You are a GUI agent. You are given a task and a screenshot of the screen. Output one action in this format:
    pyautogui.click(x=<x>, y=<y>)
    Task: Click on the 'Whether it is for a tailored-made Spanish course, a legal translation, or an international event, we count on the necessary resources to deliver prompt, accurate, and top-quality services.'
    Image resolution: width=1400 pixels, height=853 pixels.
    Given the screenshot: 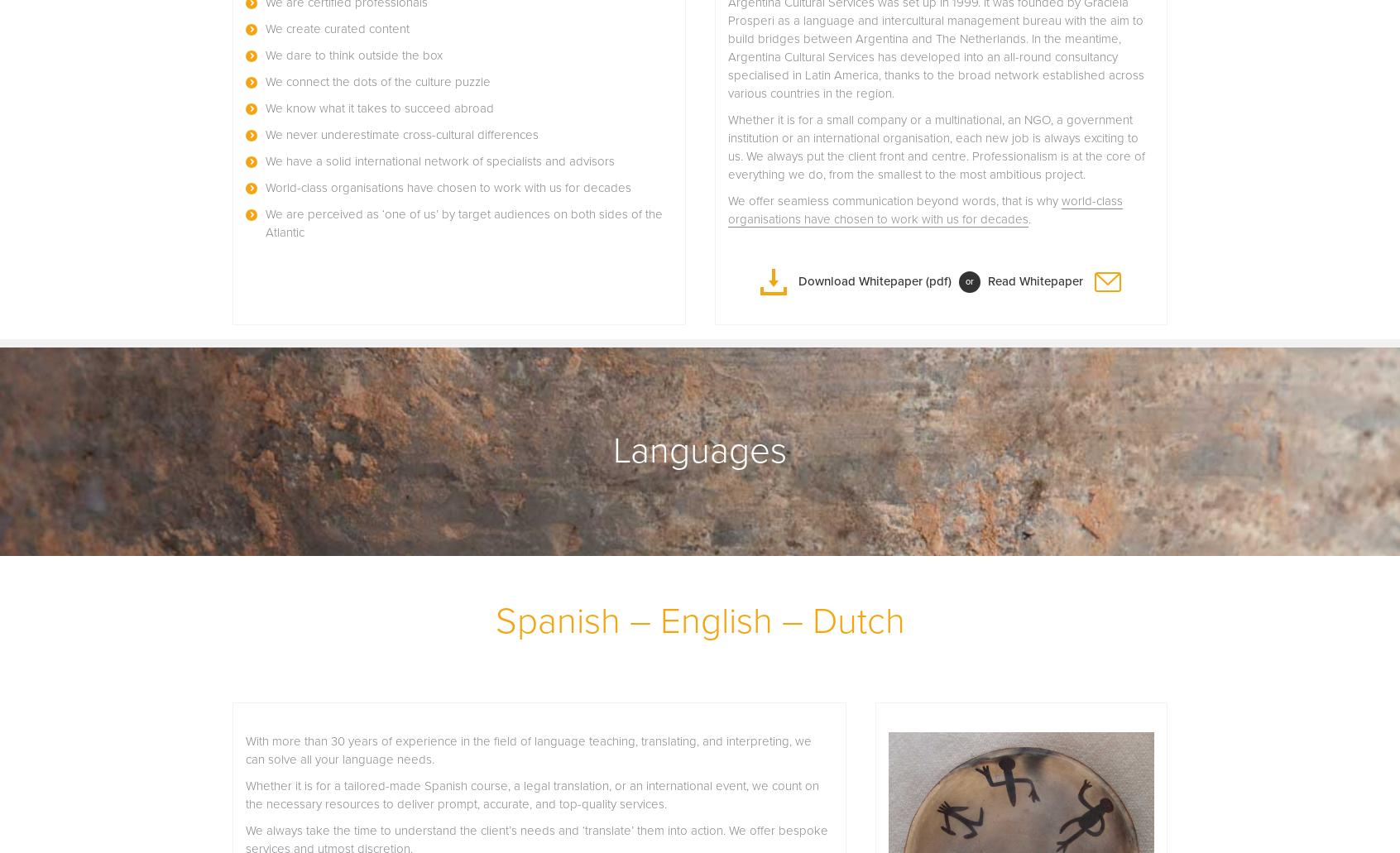 What is the action you would take?
    pyautogui.click(x=532, y=793)
    